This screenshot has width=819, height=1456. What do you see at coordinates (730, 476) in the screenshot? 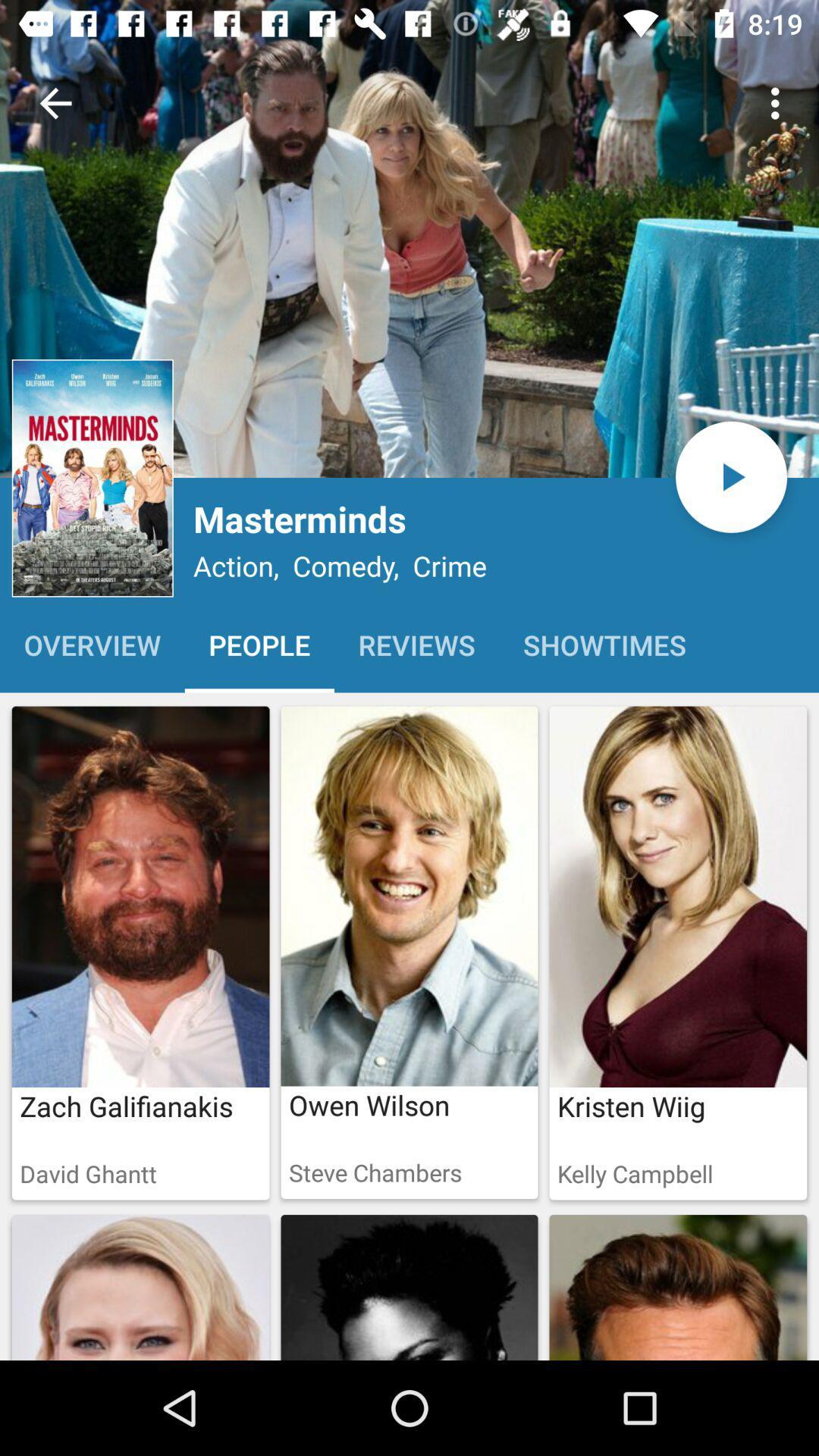
I see `the play icon` at bounding box center [730, 476].